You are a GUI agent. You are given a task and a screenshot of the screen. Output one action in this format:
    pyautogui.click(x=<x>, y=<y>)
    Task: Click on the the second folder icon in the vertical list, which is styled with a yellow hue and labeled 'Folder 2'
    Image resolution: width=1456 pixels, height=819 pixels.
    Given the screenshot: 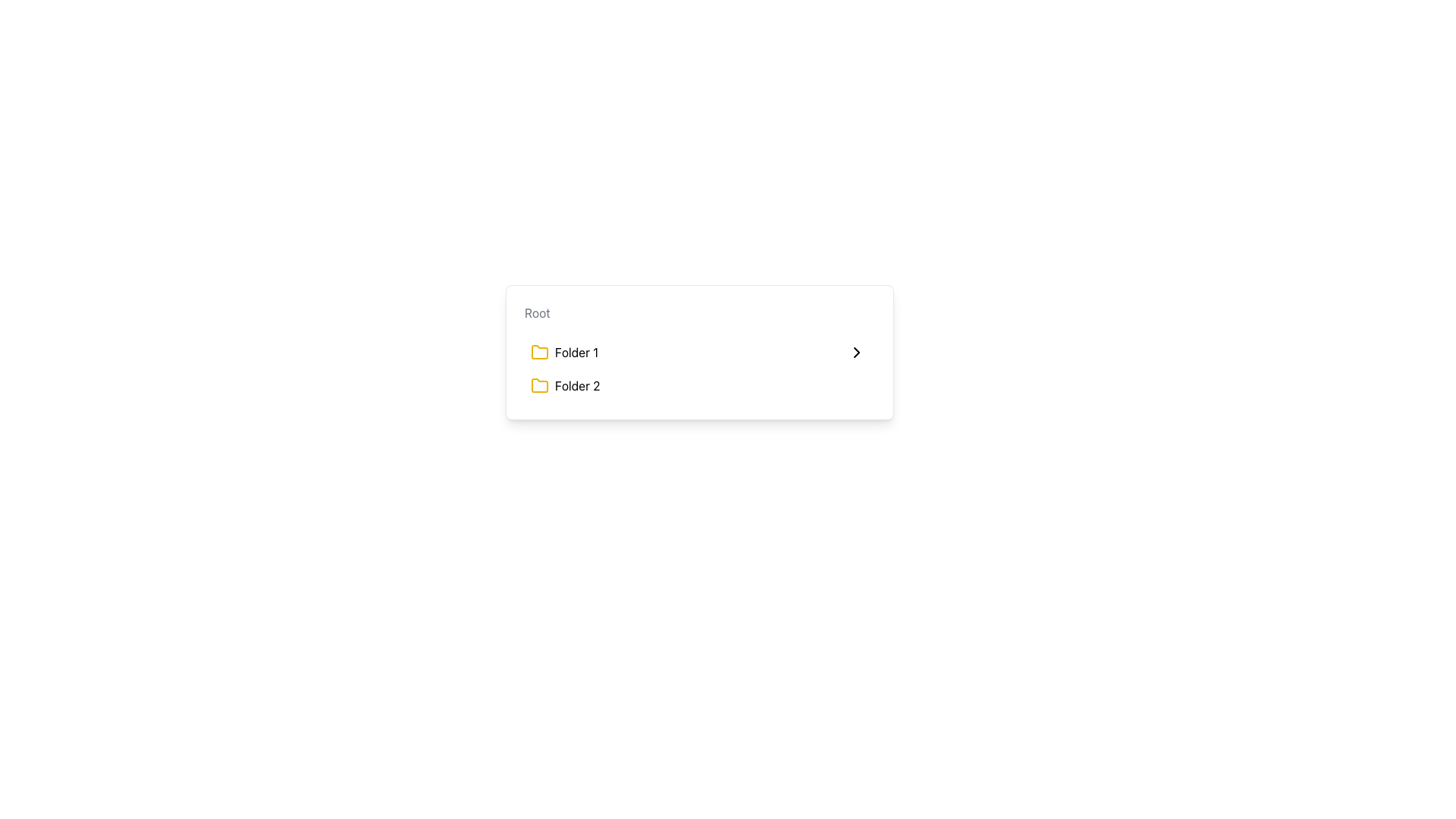 What is the action you would take?
    pyautogui.click(x=539, y=384)
    